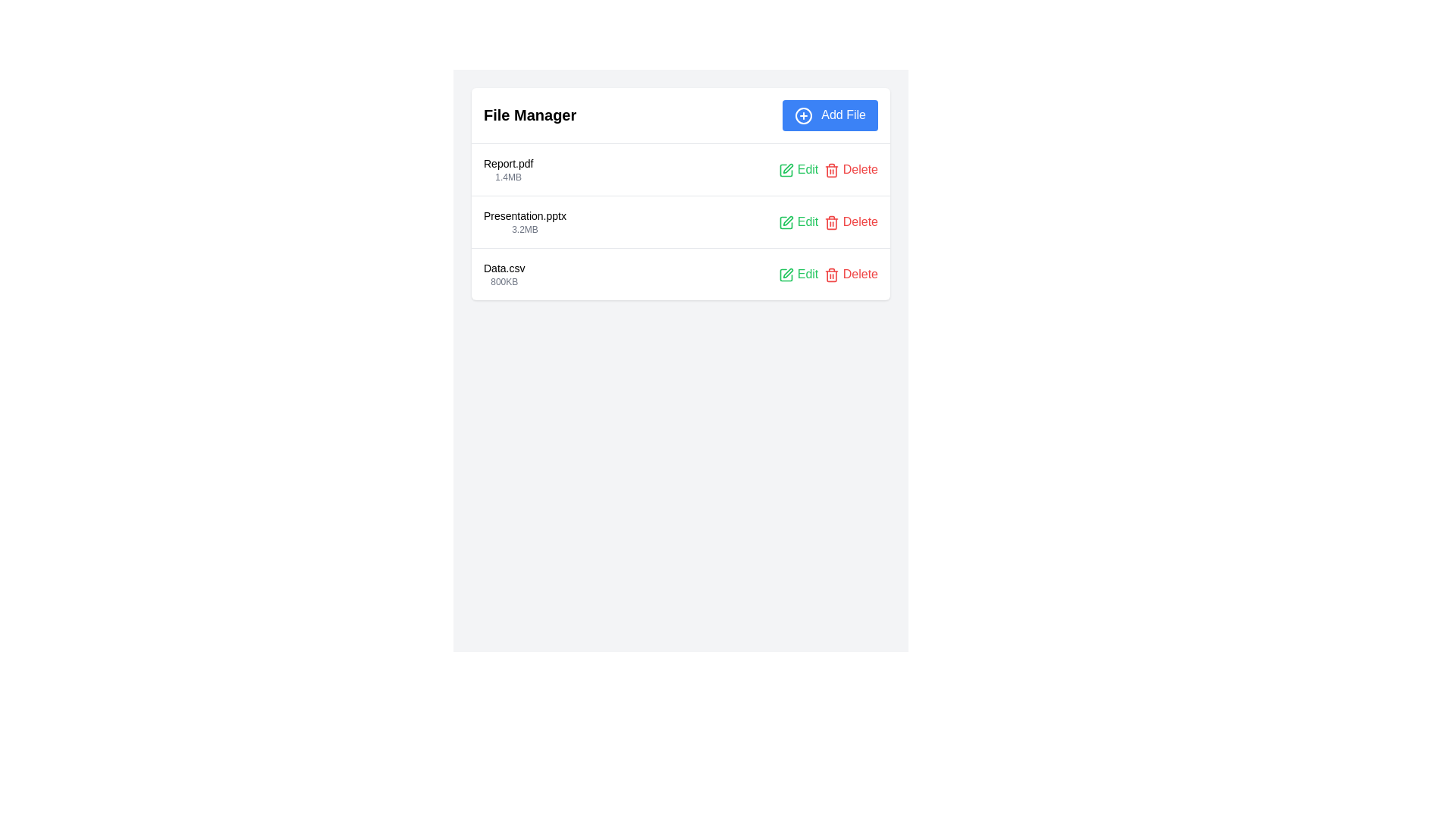 The width and height of the screenshot is (1456, 819). Describe the element at coordinates (508, 163) in the screenshot. I see `the text label displaying 'Report.pdf', which is the title of the first file entry in the top row of a list within a card layout` at that location.